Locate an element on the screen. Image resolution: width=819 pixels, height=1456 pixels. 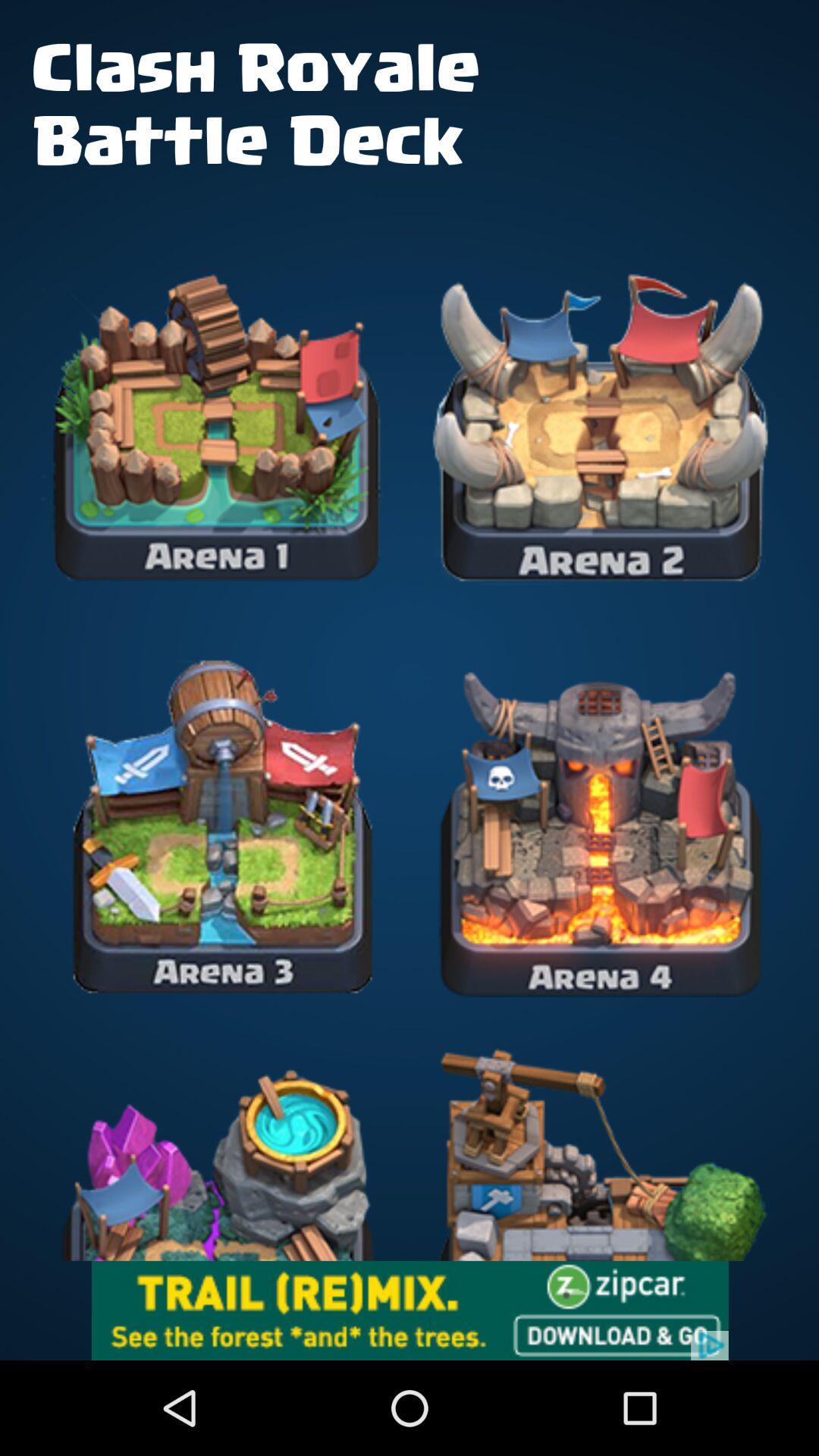
advertisement click is located at coordinates (409, 1310).